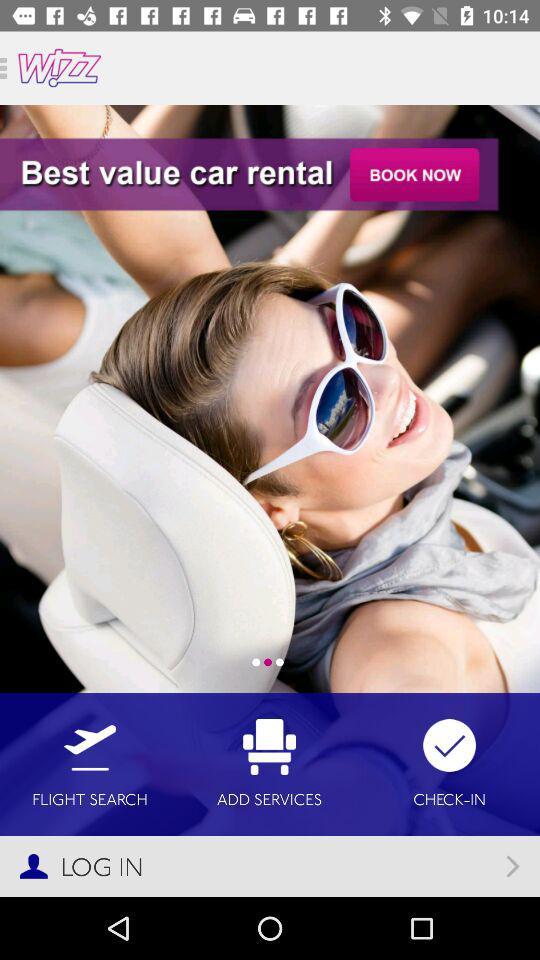 The image size is (540, 960). Describe the element at coordinates (89, 763) in the screenshot. I see `the flight search icon` at that location.